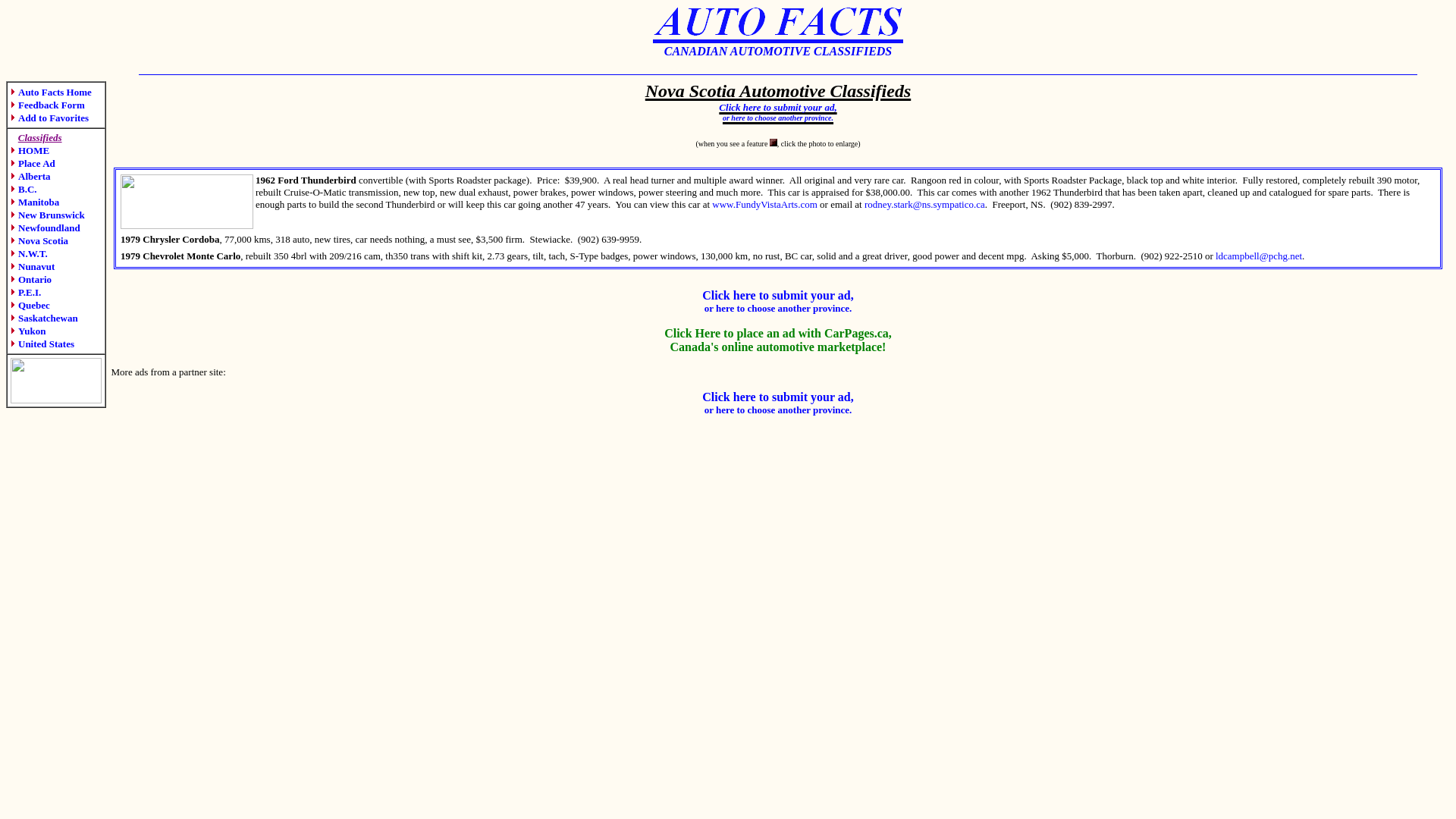 This screenshot has width=1456, height=819. I want to click on 'Click here to submit your ad,', so click(777, 104).